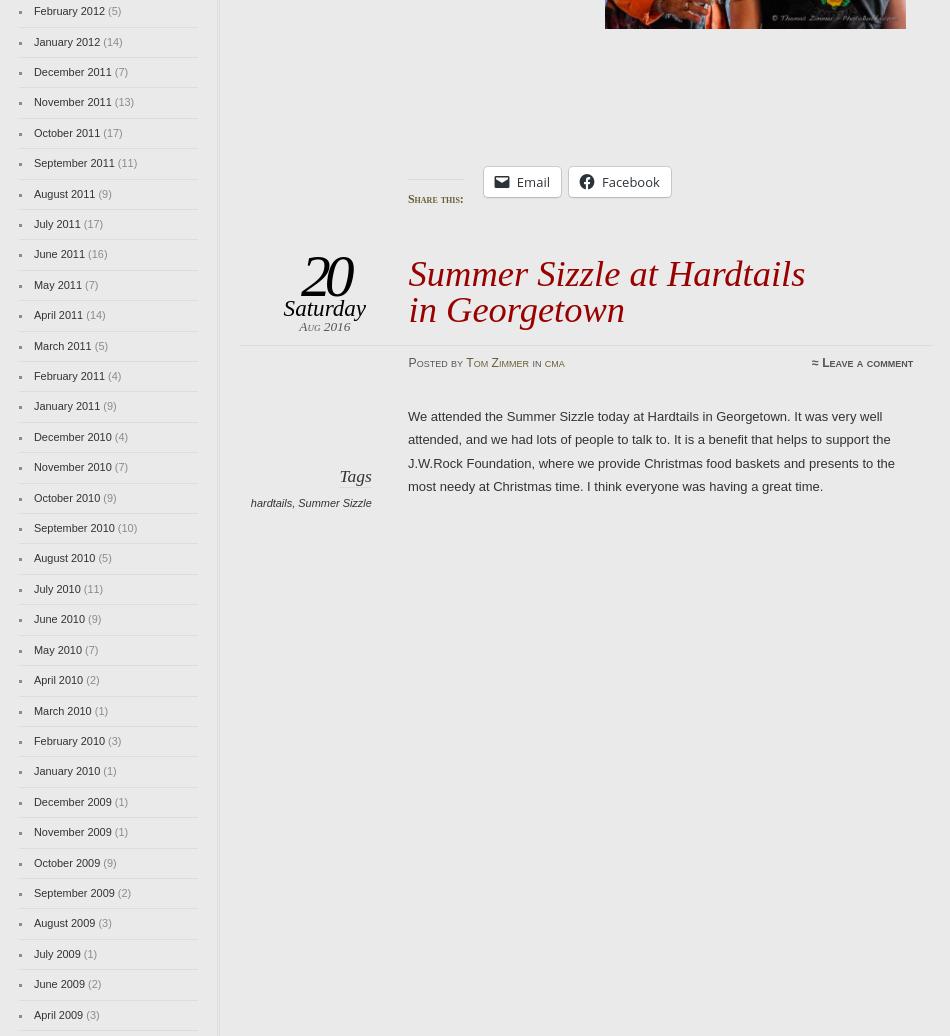 This screenshot has width=950, height=1036. Describe the element at coordinates (125, 528) in the screenshot. I see `'(10)'` at that location.